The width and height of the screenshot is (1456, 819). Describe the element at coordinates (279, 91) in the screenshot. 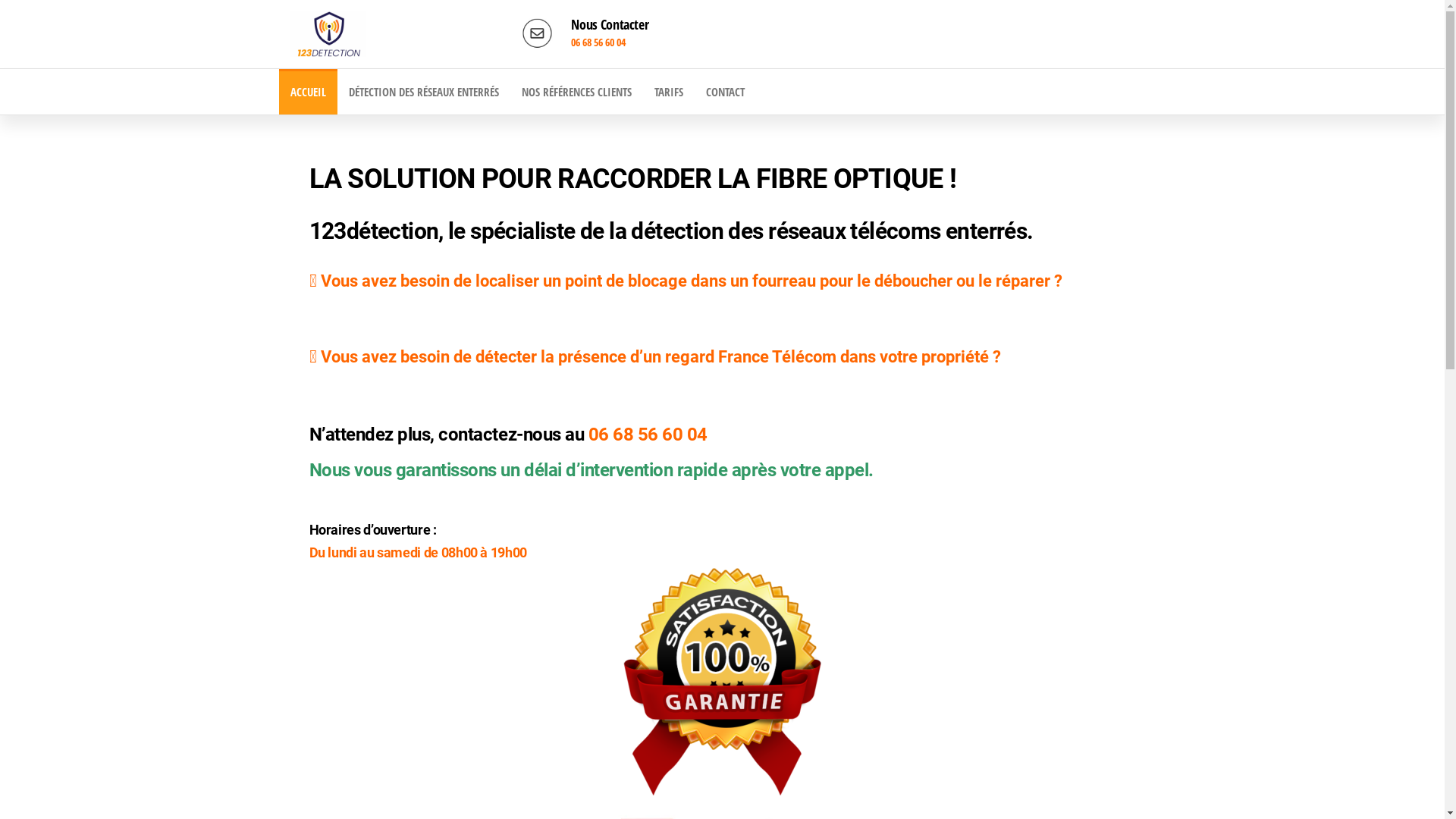

I see `'ACCUEIL'` at that location.